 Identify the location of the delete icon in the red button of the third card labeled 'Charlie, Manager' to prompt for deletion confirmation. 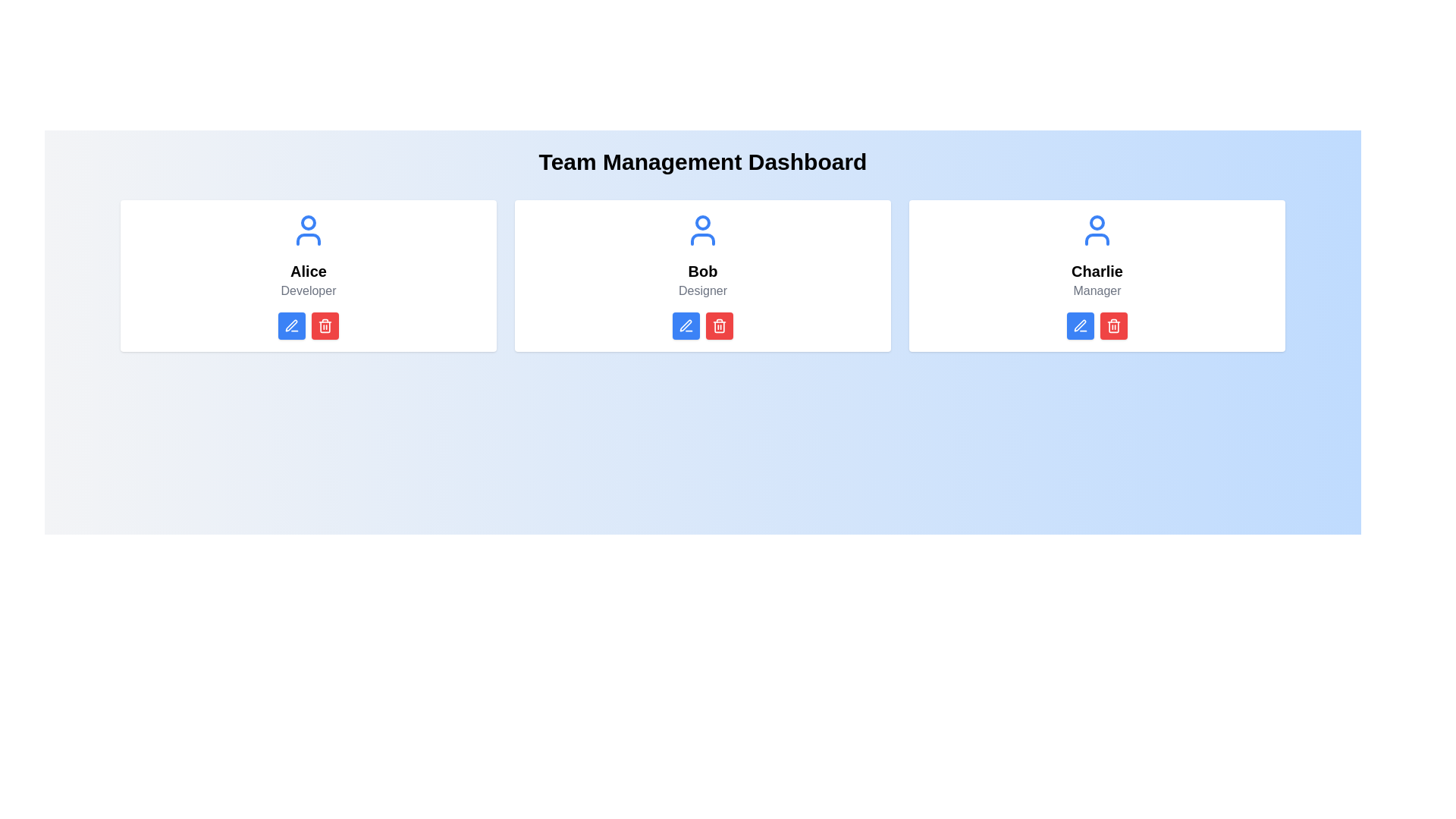
(1113, 325).